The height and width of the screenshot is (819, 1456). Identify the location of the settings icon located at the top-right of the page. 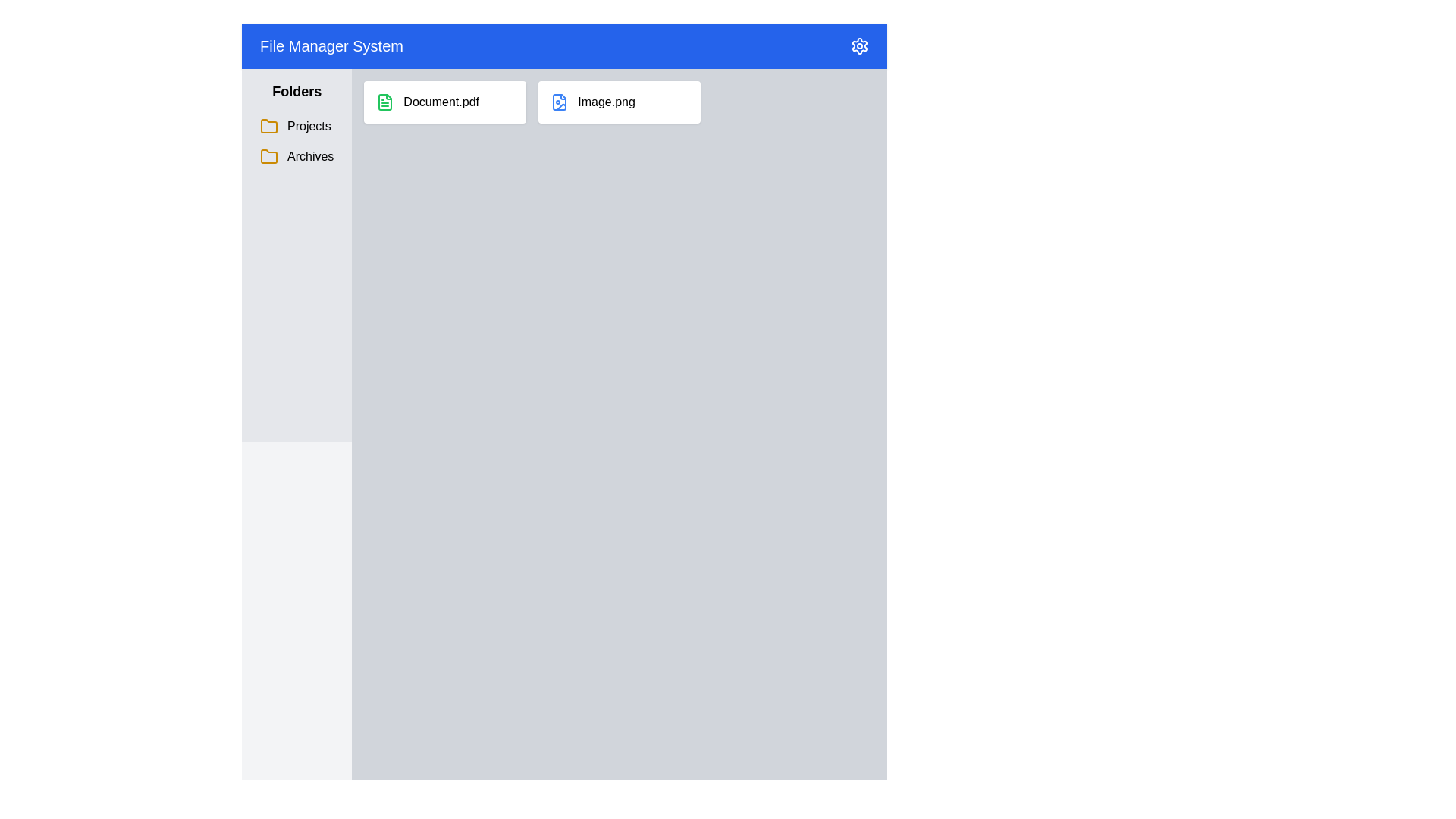
(859, 45).